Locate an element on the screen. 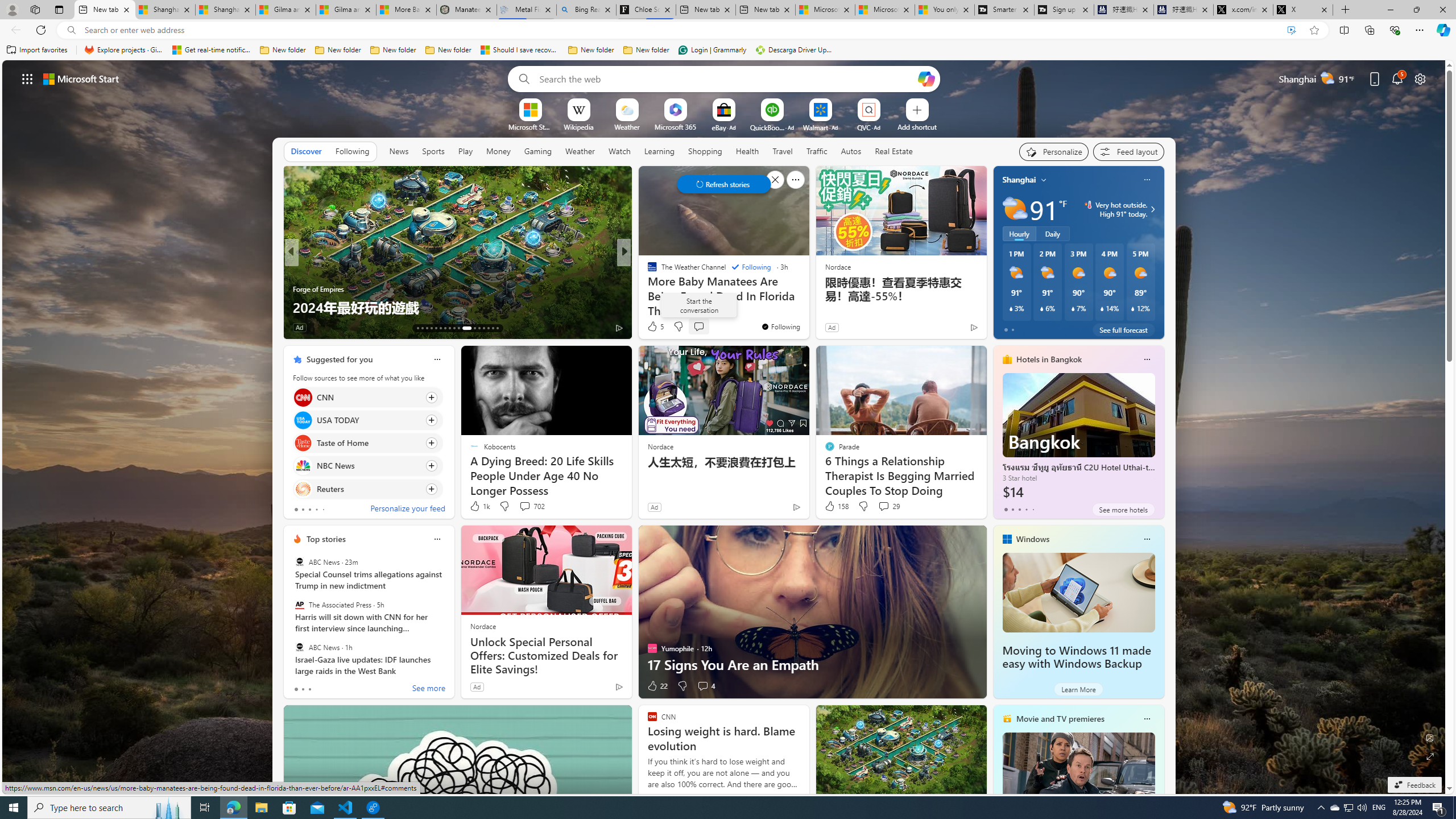 This screenshot has width=1456, height=819. 'Real Estate' is located at coordinates (893, 150).